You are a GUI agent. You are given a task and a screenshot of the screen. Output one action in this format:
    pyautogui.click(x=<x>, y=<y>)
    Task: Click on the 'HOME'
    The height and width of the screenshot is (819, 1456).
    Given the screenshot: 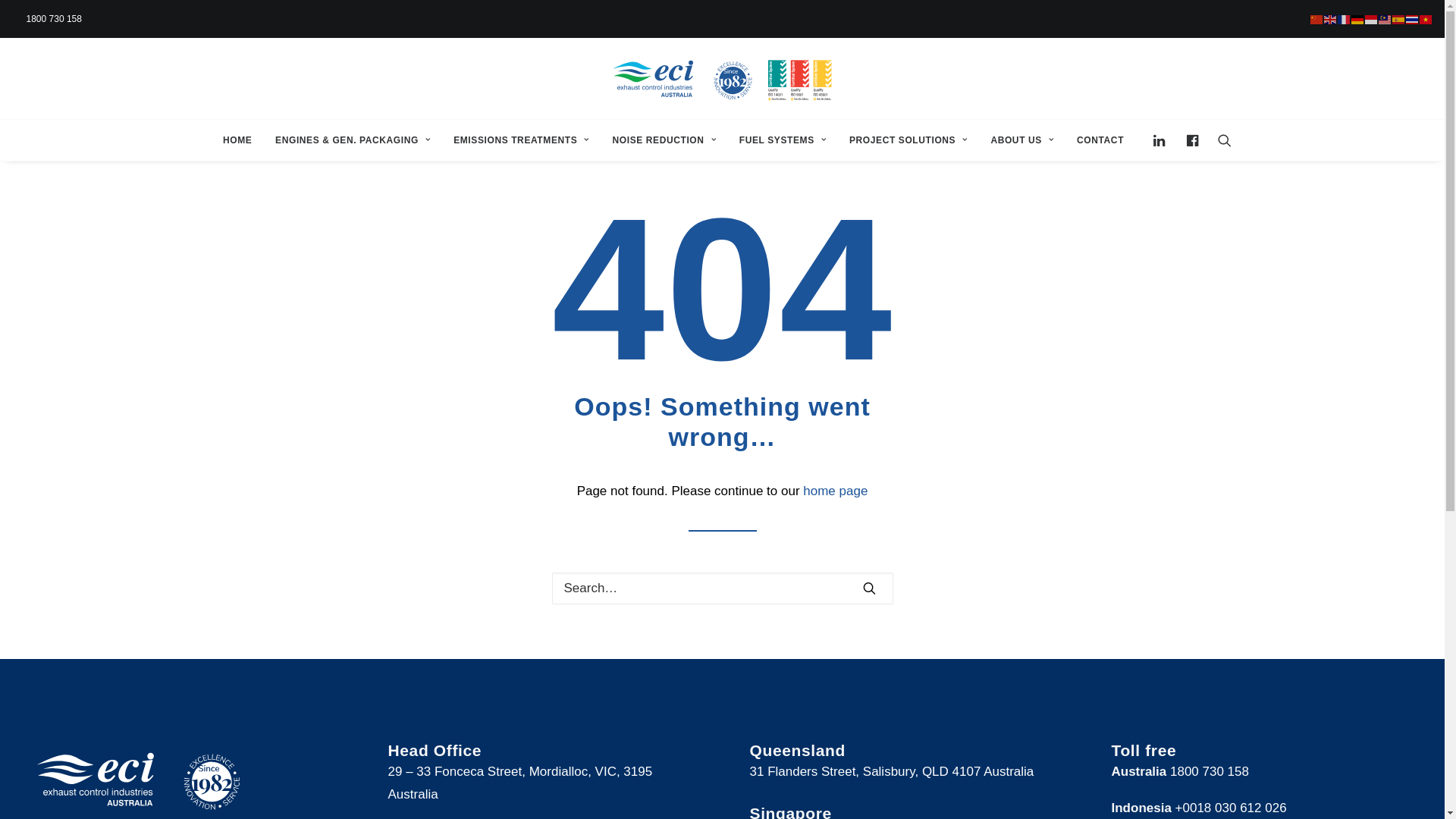 What is the action you would take?
    pyautogui.click(x=236, y=140)
    